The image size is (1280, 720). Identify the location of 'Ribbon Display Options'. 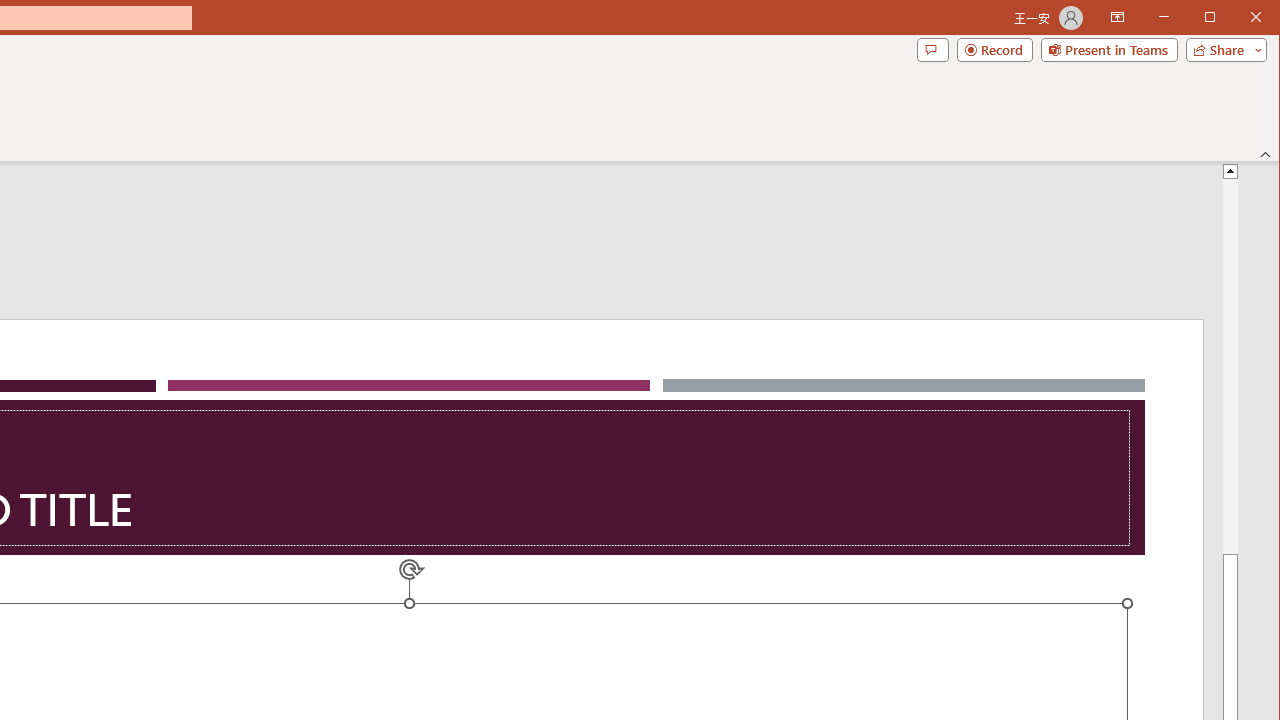
(1116, 18).